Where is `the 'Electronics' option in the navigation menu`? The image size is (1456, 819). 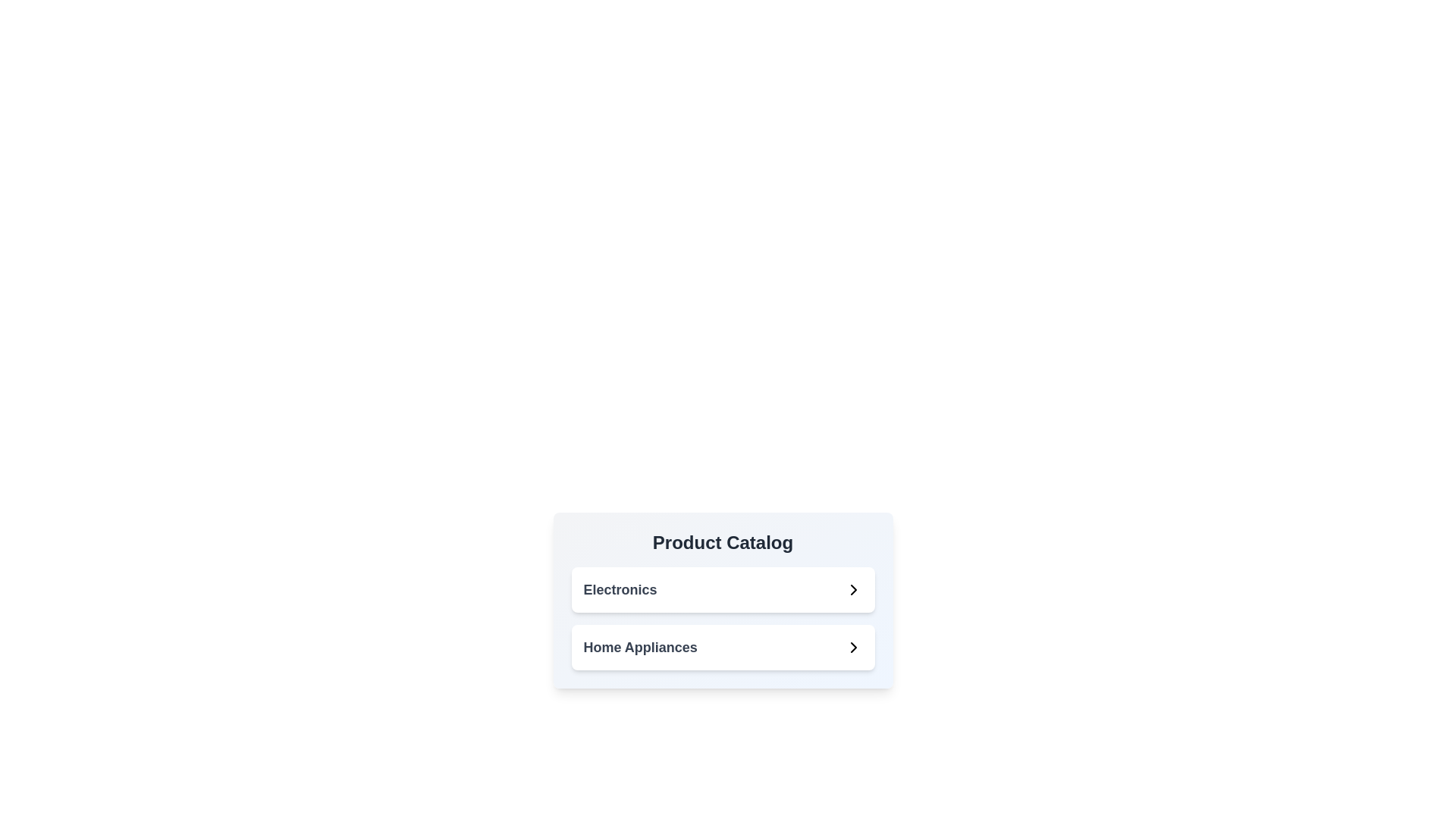
the 'Electronics' option in the navigation menu is located at coordinates (722, 599).